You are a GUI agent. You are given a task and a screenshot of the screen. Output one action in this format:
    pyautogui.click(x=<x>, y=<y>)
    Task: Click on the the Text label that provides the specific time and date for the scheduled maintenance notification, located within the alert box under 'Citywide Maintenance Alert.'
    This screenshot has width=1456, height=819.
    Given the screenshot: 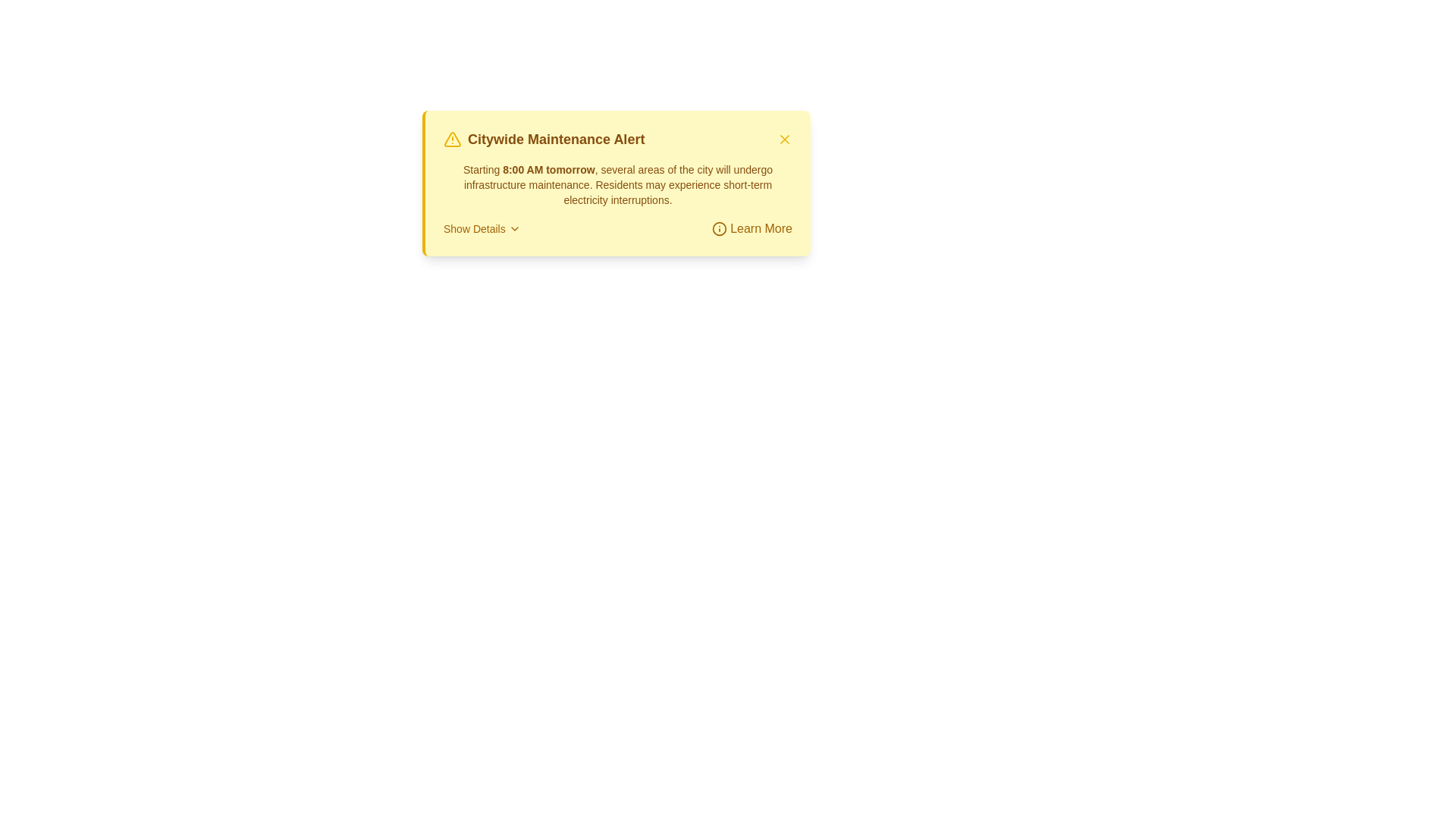 What is the action you would take?
    pyautogui.click(x=548, y=169)
    